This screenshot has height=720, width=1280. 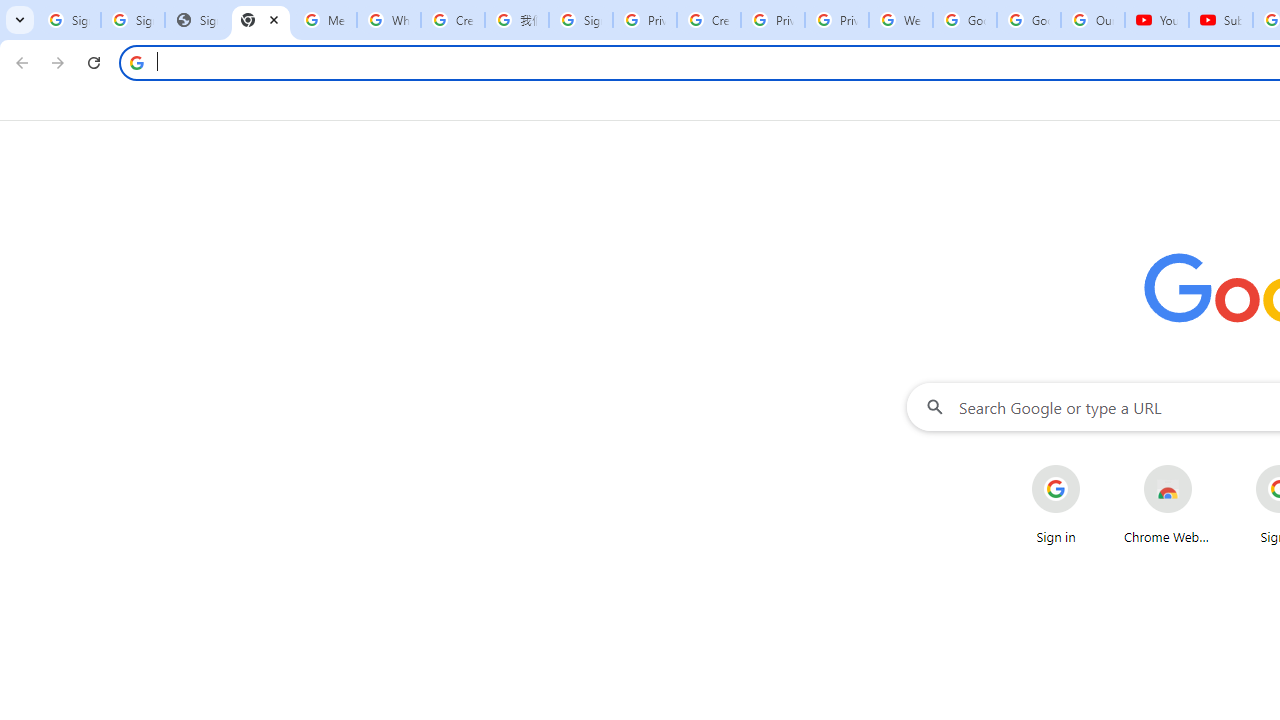 What do you see at coordinates (272, 19) in the screenshot?
I see `'Close'` at bounding box center [272, 19].